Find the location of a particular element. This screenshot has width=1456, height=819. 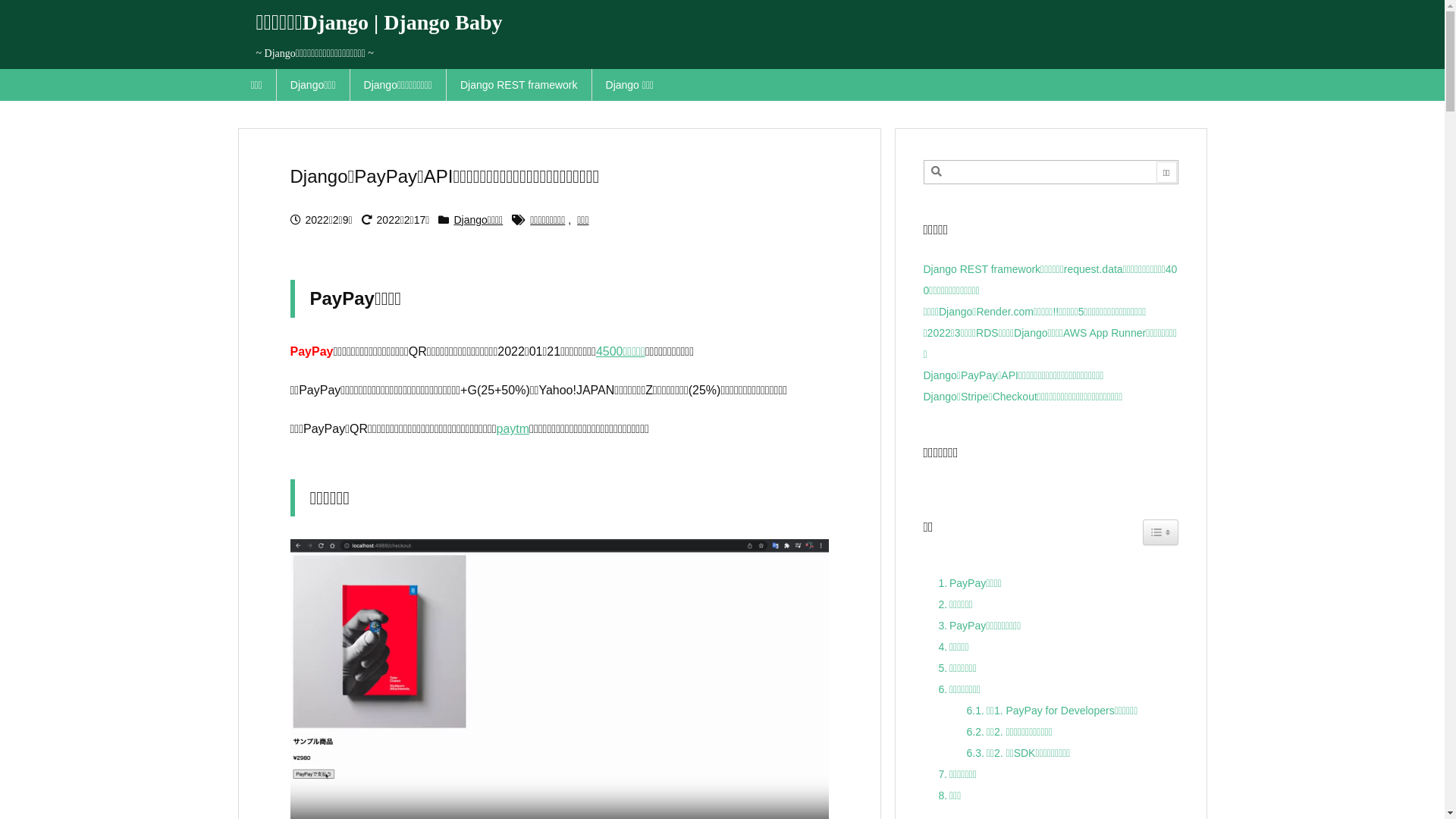

'paytm' is located at coordinates (513, 428).